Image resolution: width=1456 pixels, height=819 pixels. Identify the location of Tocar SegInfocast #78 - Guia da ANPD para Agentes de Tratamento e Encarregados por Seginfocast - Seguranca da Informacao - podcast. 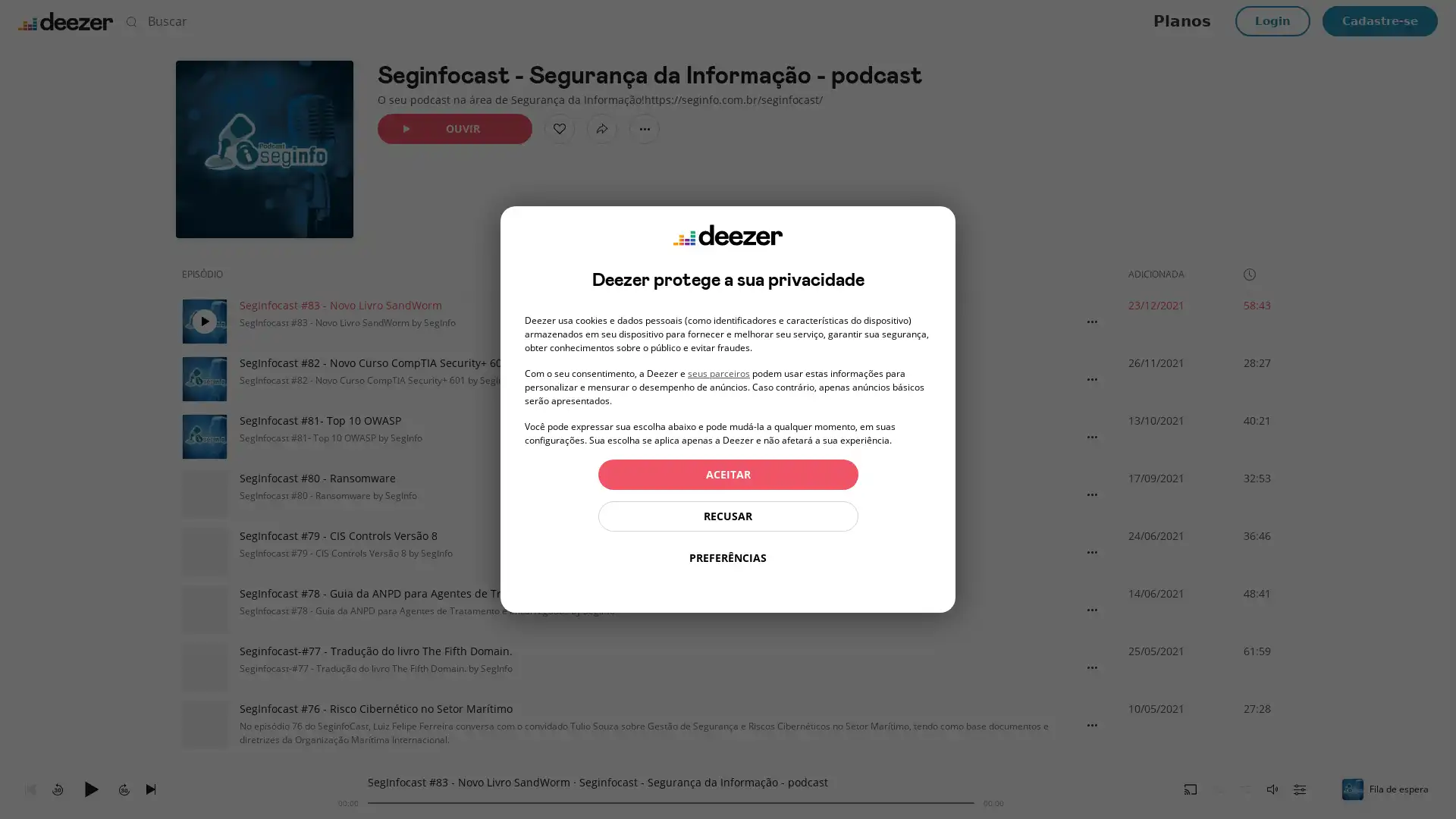
(203, 608).